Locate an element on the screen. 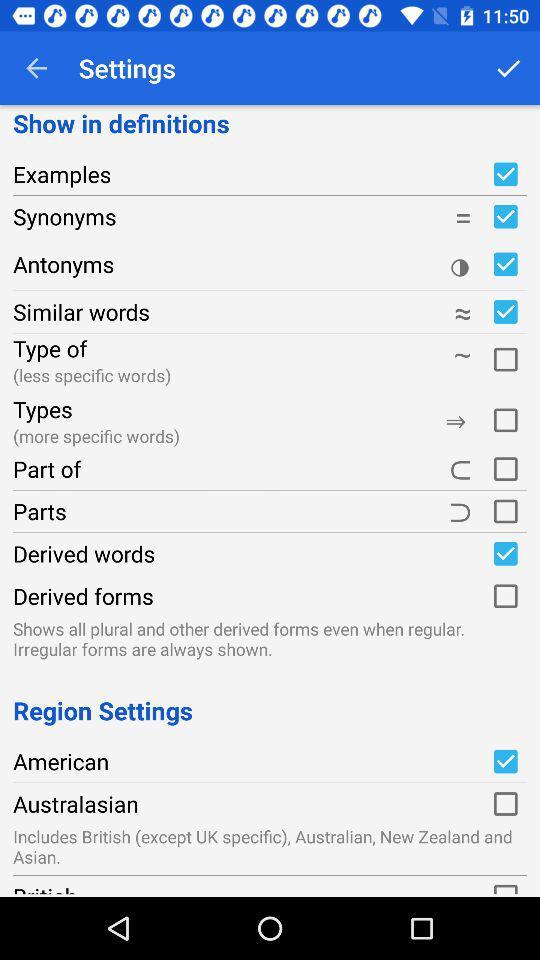  disable synonyms is located at coordinates (504, 216).